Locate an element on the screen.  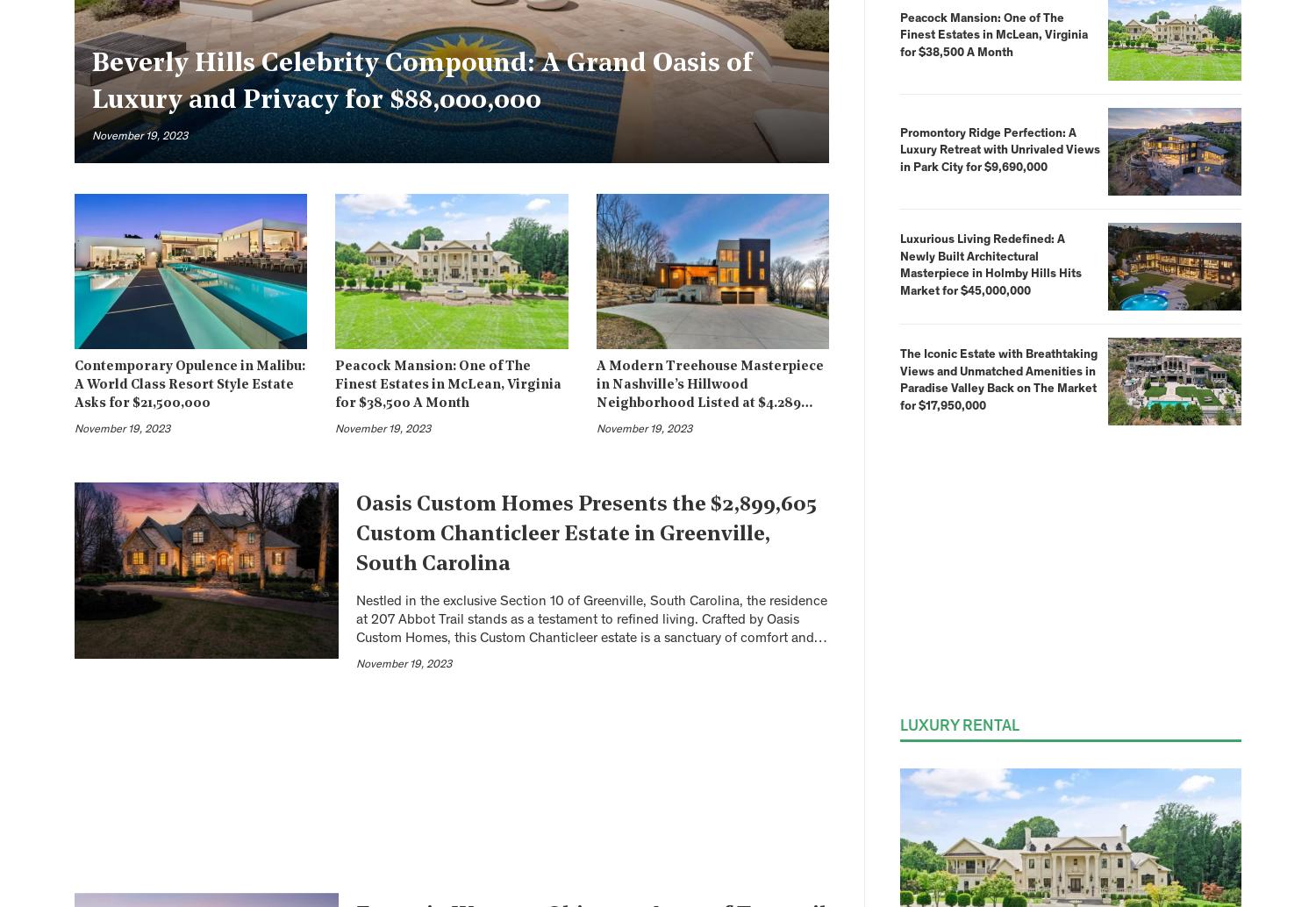
'Nestled in the exclusive Section 10 of Greenville, South Carolina, the residence at 207 Abbot Trail stands as a testament to refined living. Crafted by Oasis Custom Homes, this Custom Chanticleer estate is a sanctuary of comfort and elegance, situated on a generous 2/3 acre level lot that seamlessly transitions to a 10-acre wooded estate. […]' is located at coordinates (591, 638).